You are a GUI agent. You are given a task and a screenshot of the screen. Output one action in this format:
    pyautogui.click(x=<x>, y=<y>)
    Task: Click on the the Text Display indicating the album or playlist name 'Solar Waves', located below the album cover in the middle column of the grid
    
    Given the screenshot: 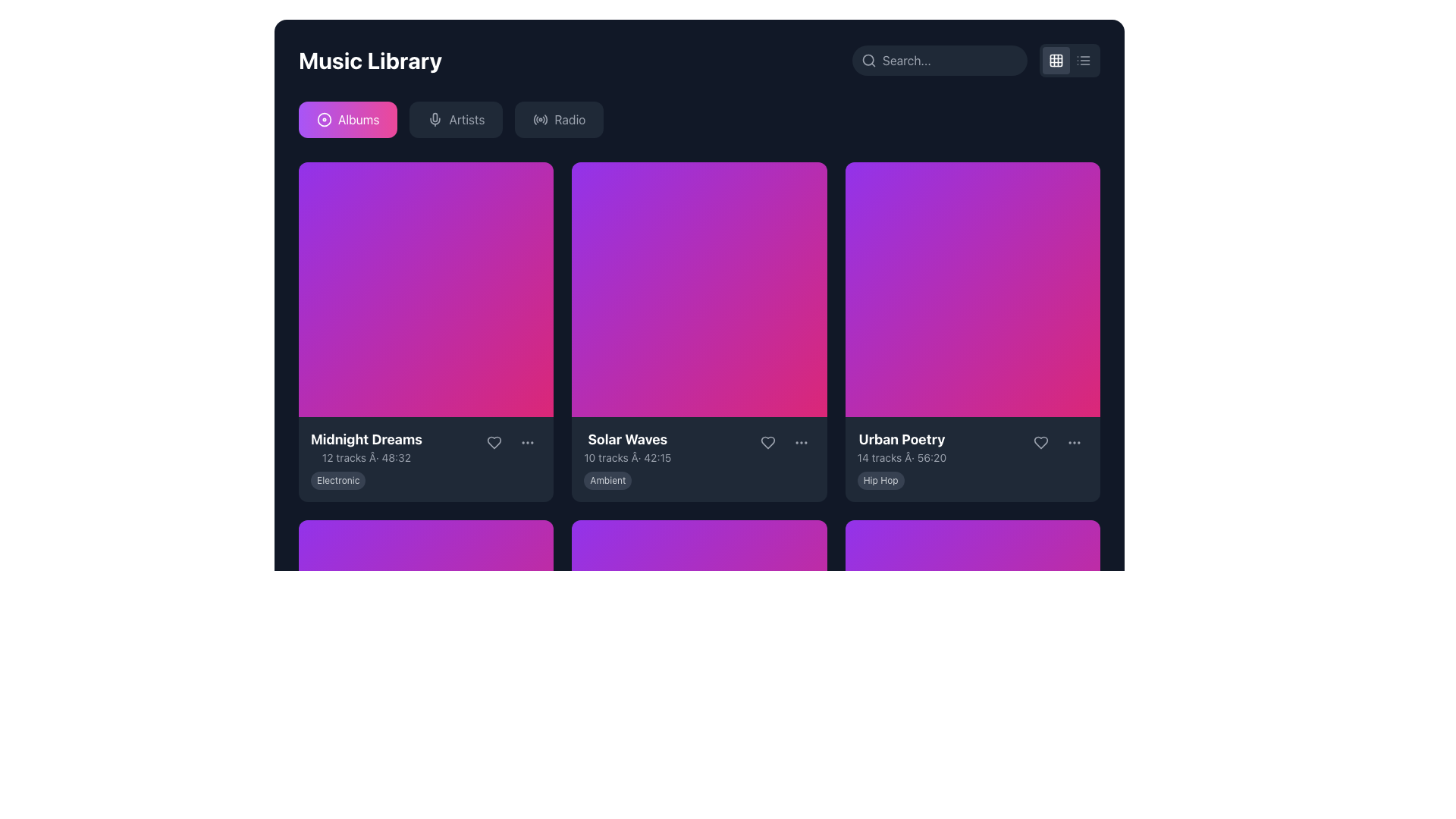 What is the action you would take?
    pyautogui.click(x=627, y=447)
    